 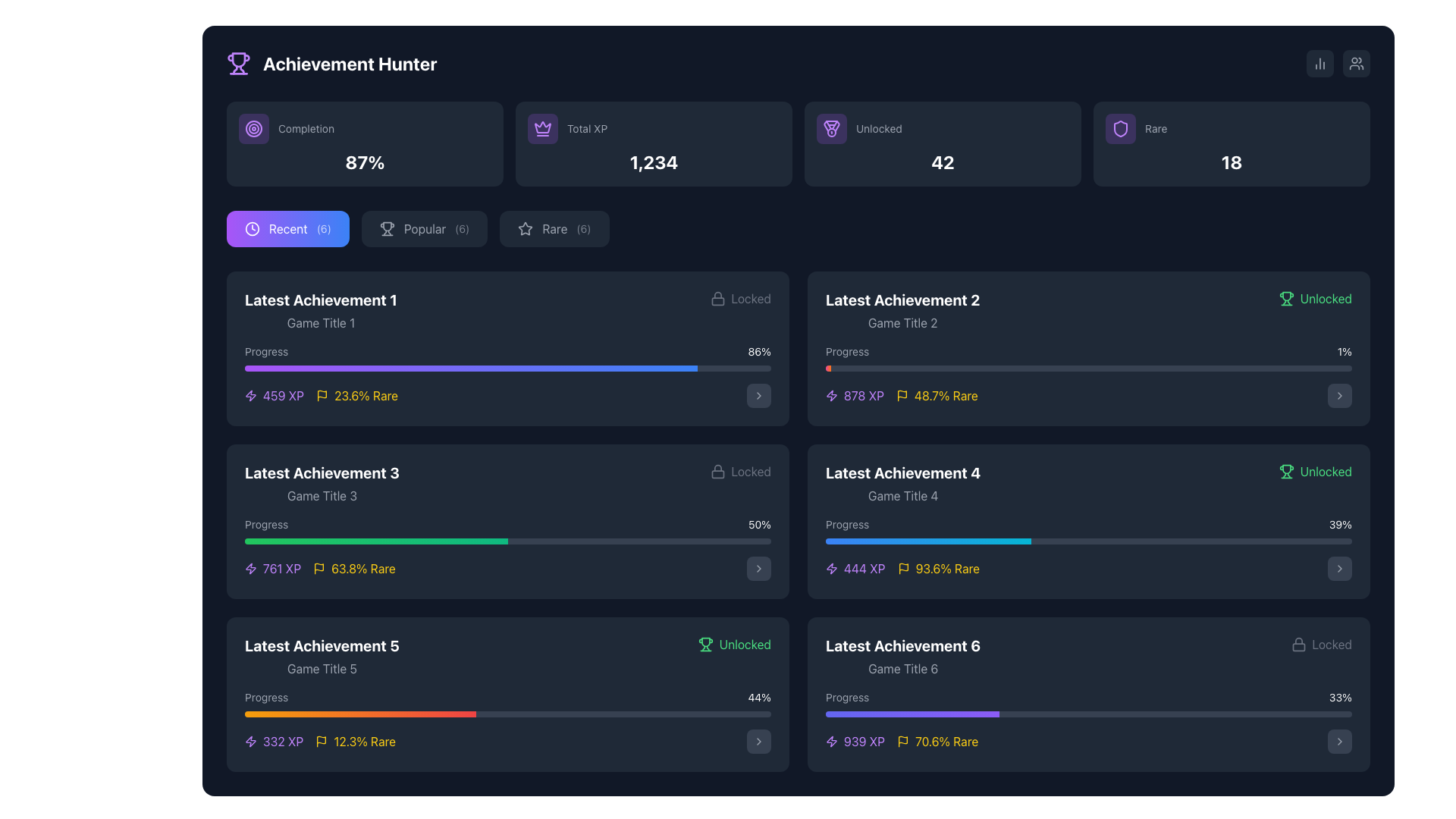 What do you see at coordinates (945, 394) in the screenshot?
I see `the text label displaying '48.7% Rare', which is bright yellow and part of the 'Latest Achievement 2' section, located to the right of a flag-shaped icon` at bounding box center [945, 394].